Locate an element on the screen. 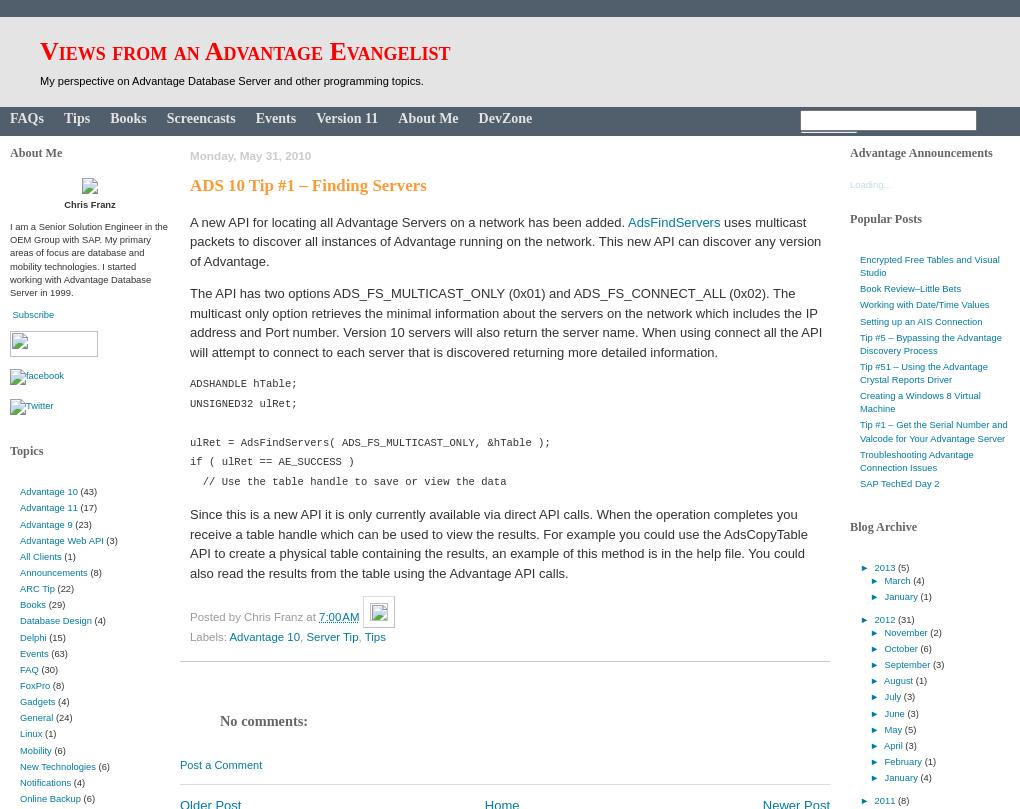 The height and width of the screenshot is (809, 1020). 'Creating a Windows 8 Virtual Machine' is located at coordinates (858, 401).